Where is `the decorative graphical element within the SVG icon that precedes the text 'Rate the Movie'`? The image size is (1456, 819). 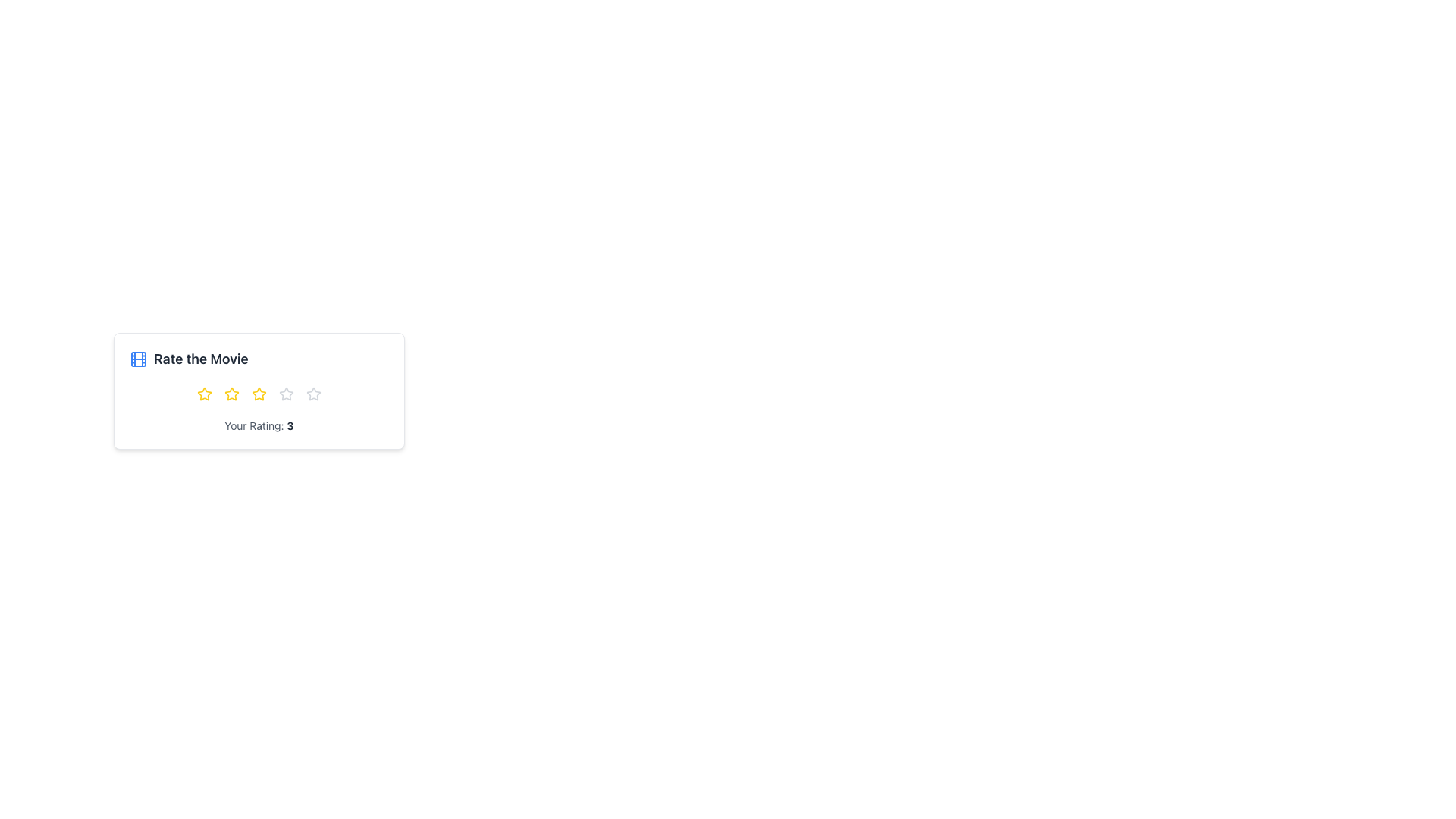 the decorative graphical element within the SVG icon that precedes the text 'Rate the Movie' is located at coordinates (138, 359).